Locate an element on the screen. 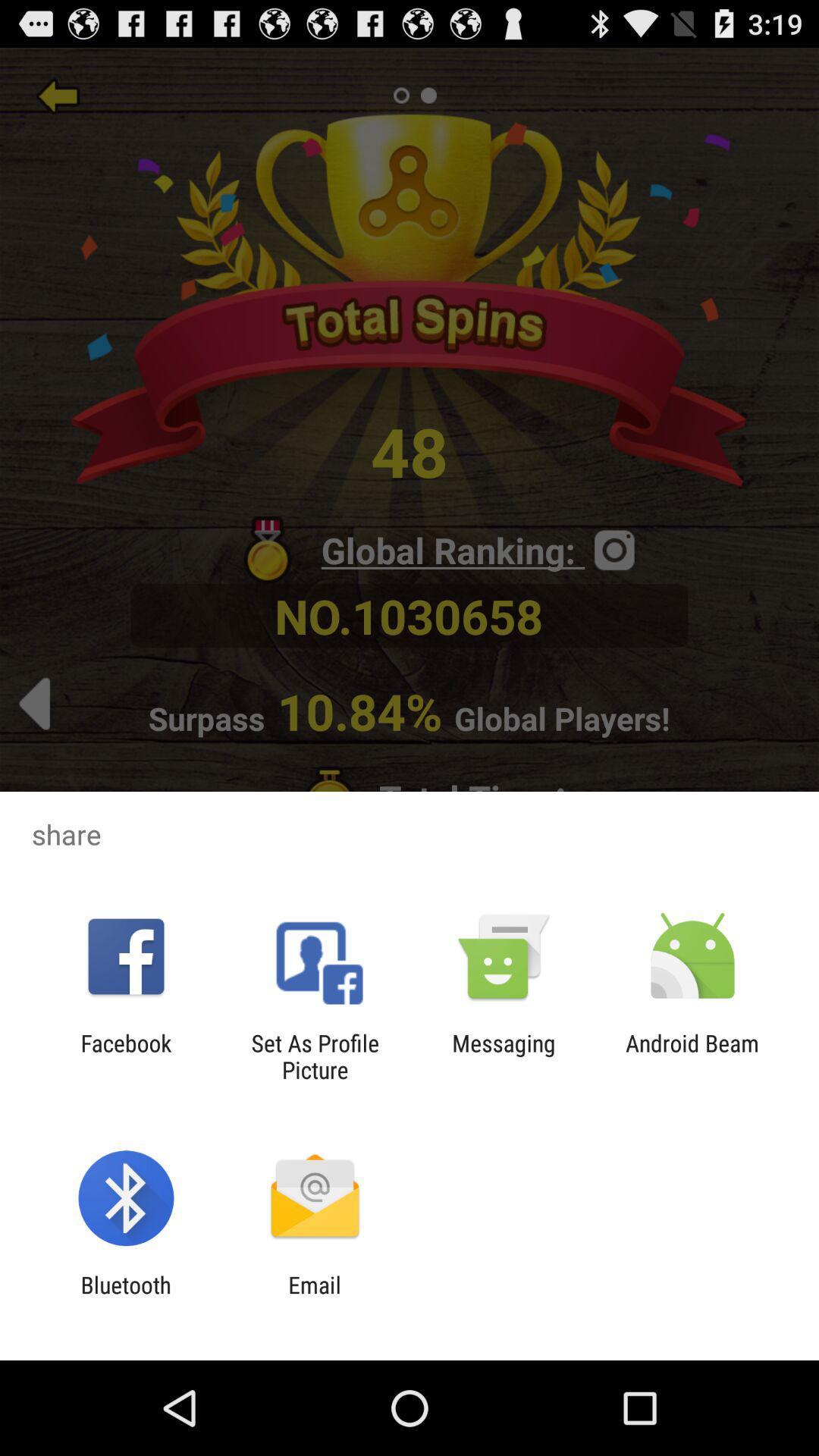 This screenshot has height=1456, width=819. email item is located at coordinates (314, 1298).